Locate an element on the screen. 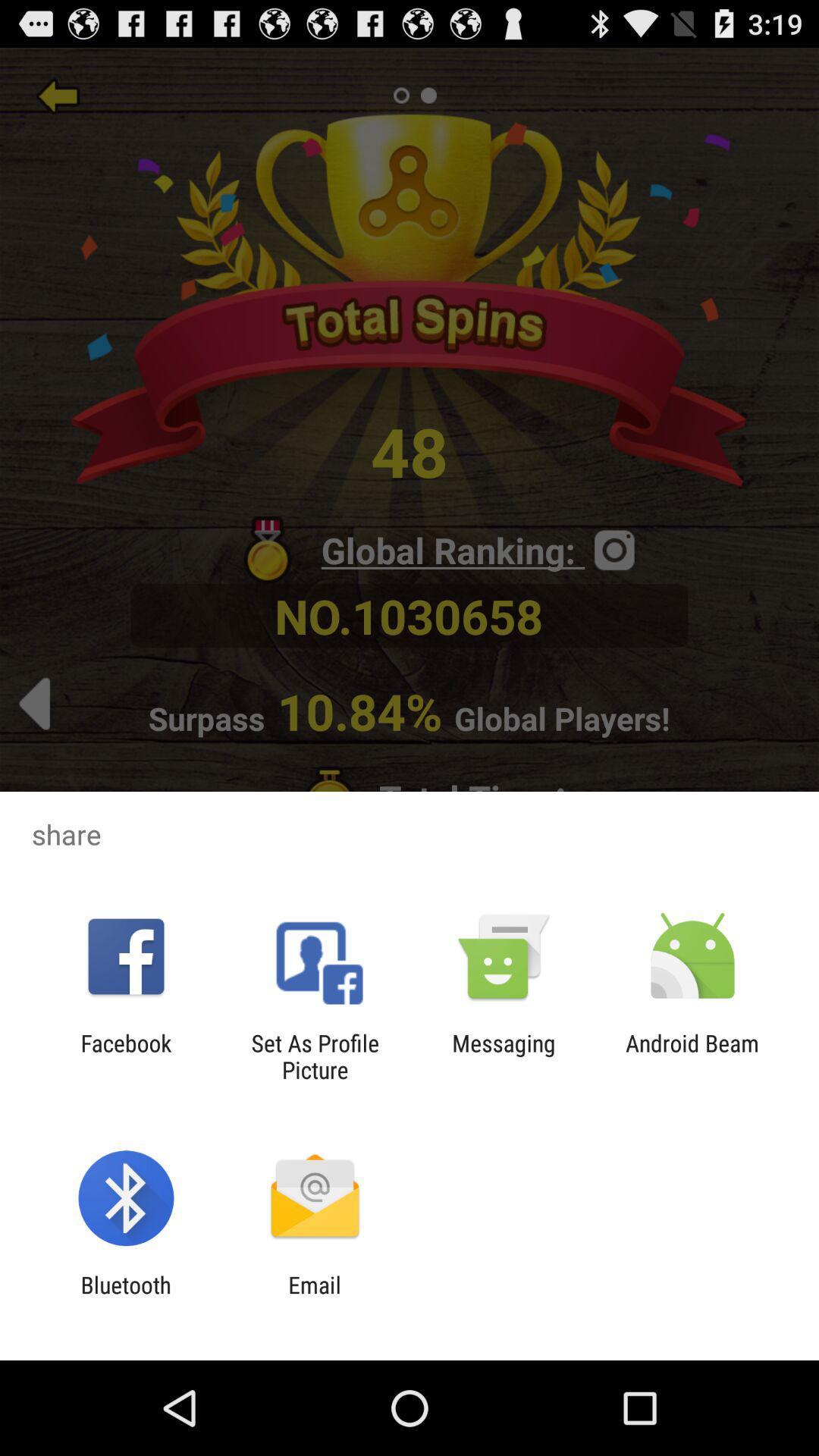 This screenshot has height=1456, width=819. email item is located at coordinates (314, 1298).